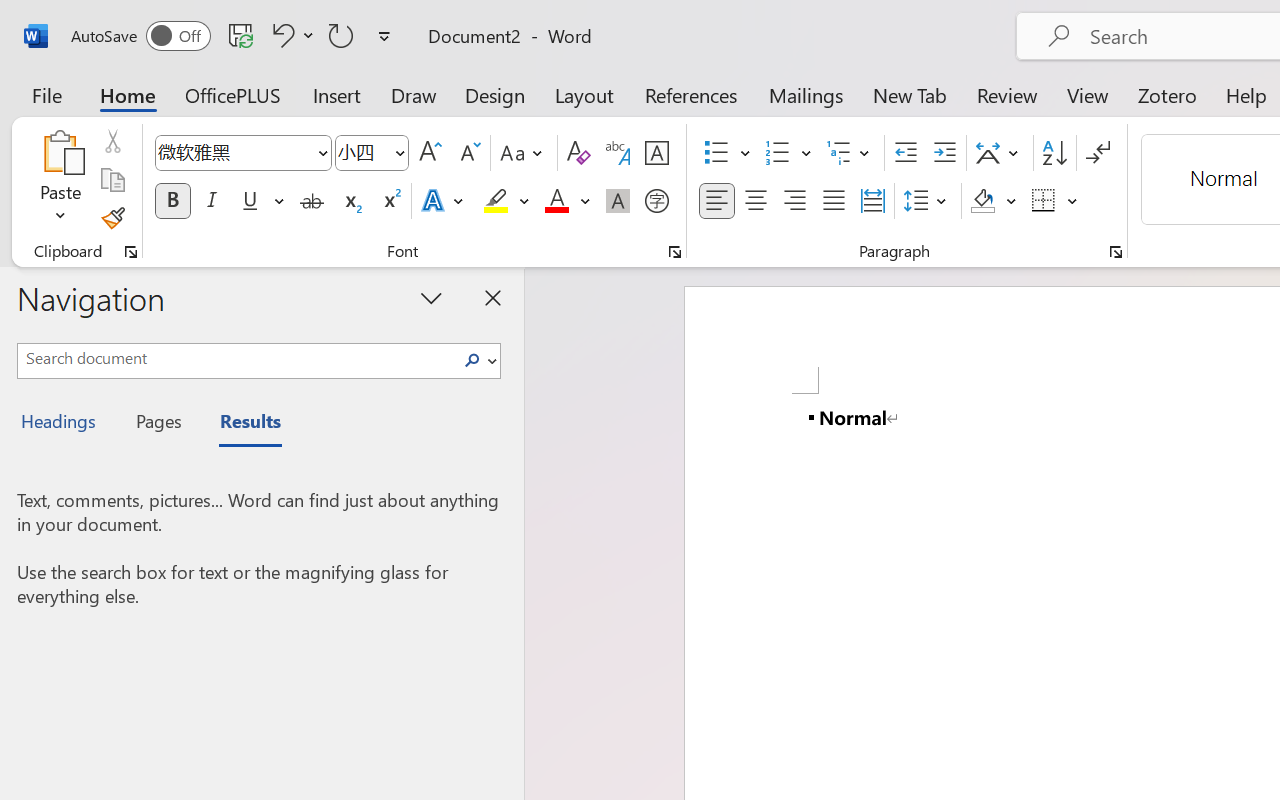  What do you see at coordinates (279, 34) in the screenshot?
I see `'Undo <ApplyStyleToDoc>b__0'` at bounding box center [279, 34].